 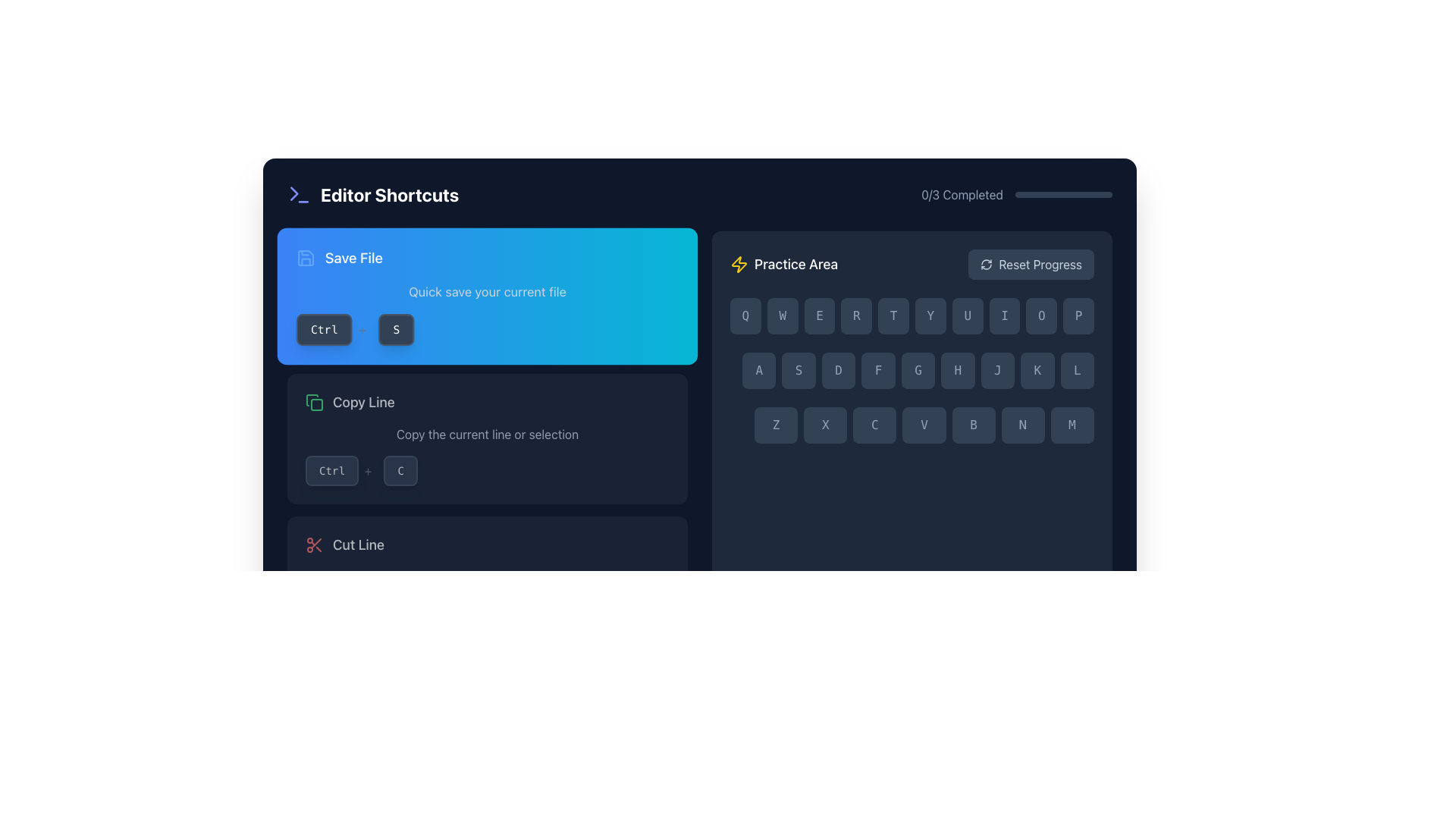 I want to click on the last button in the horizontal grid layout labeled 'L' in the Practice Area section for potential advanced interaction, so click(x=1076, y=371).